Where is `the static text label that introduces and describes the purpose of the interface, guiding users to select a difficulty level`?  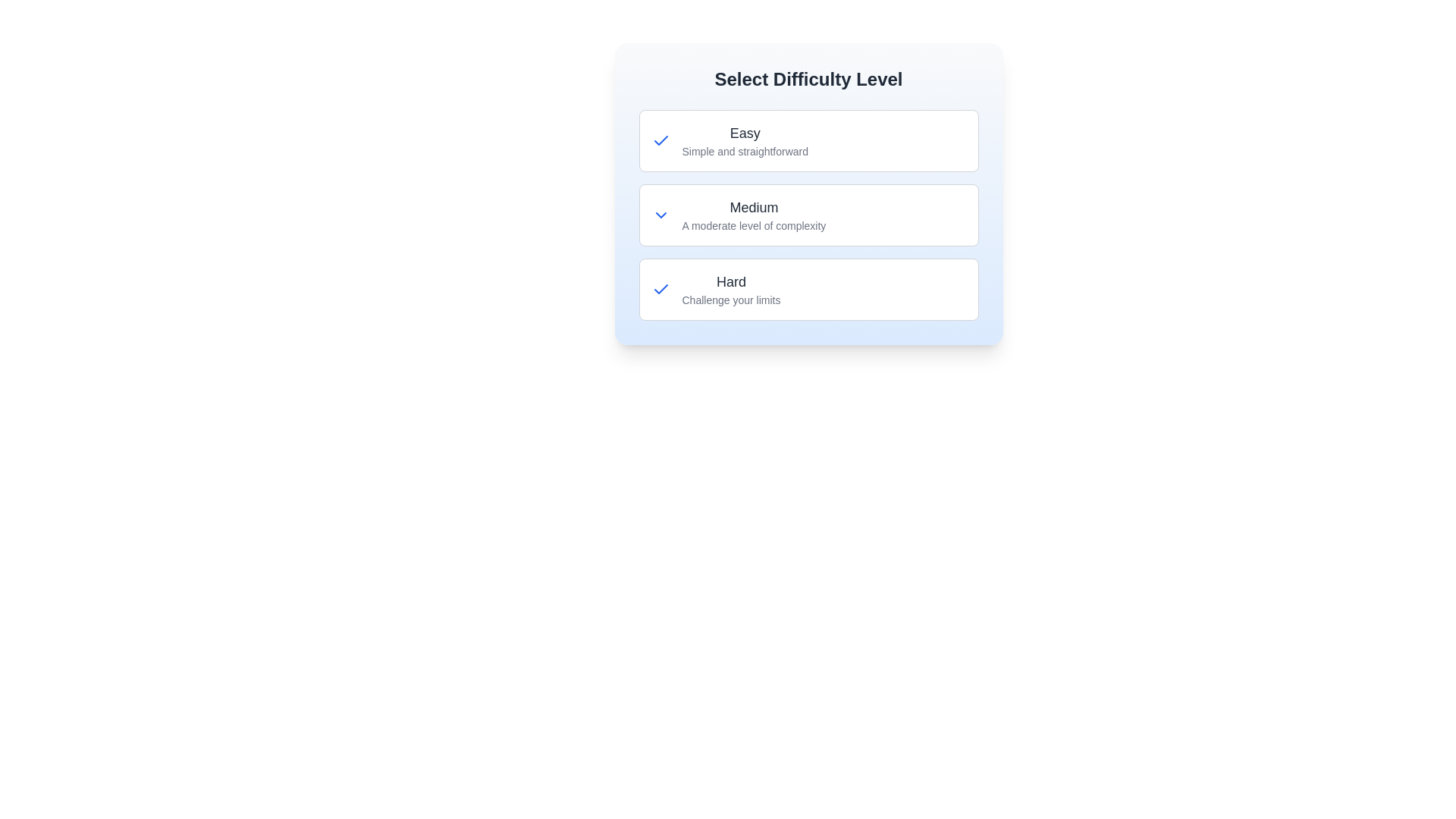
the static text label that introduces and describes the purpose of the interface, guiding users to select a difficulty level is located at coordinates (808, 79).